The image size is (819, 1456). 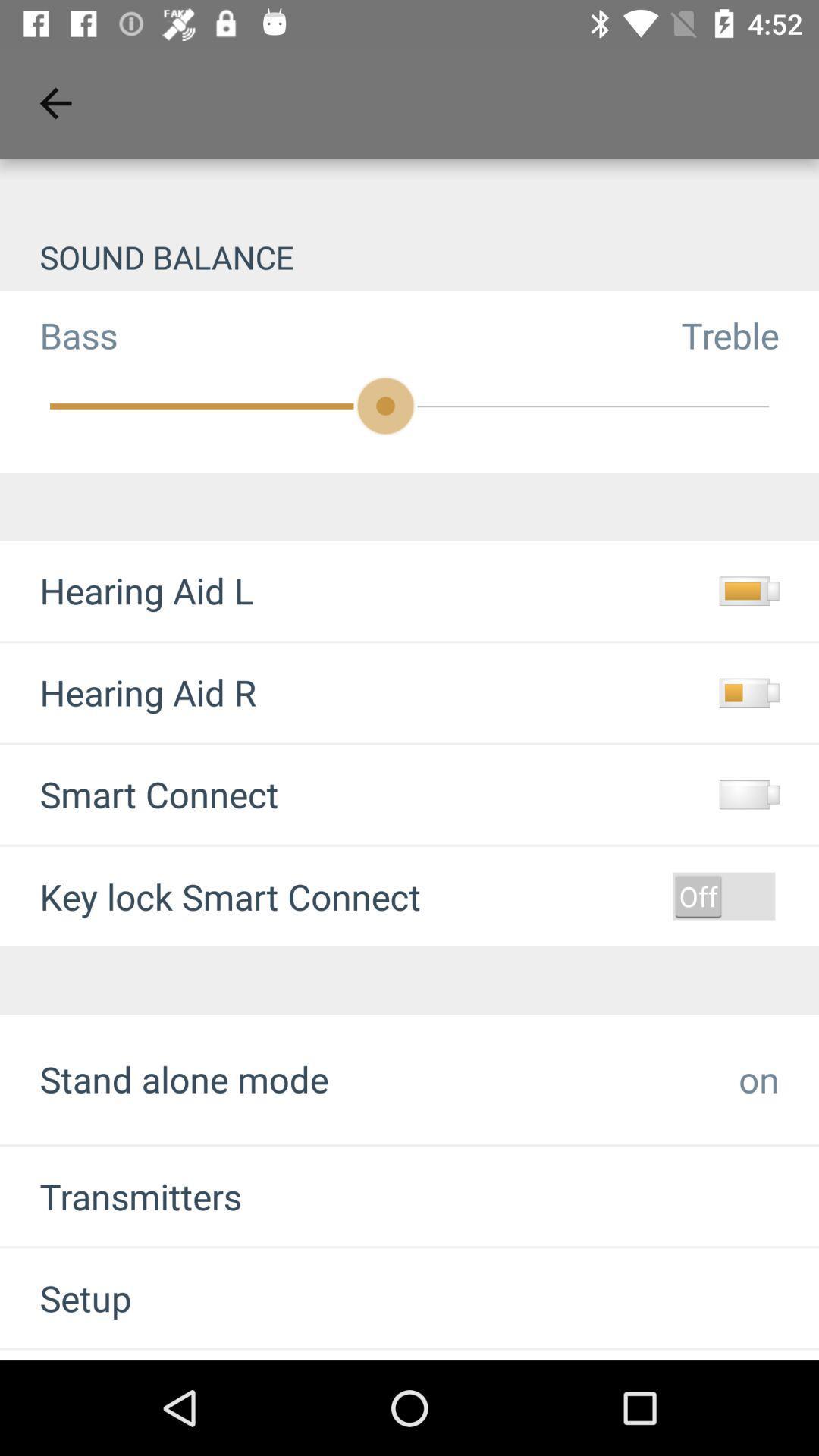 I want to click on item above bass, so click(x=409, y=257).